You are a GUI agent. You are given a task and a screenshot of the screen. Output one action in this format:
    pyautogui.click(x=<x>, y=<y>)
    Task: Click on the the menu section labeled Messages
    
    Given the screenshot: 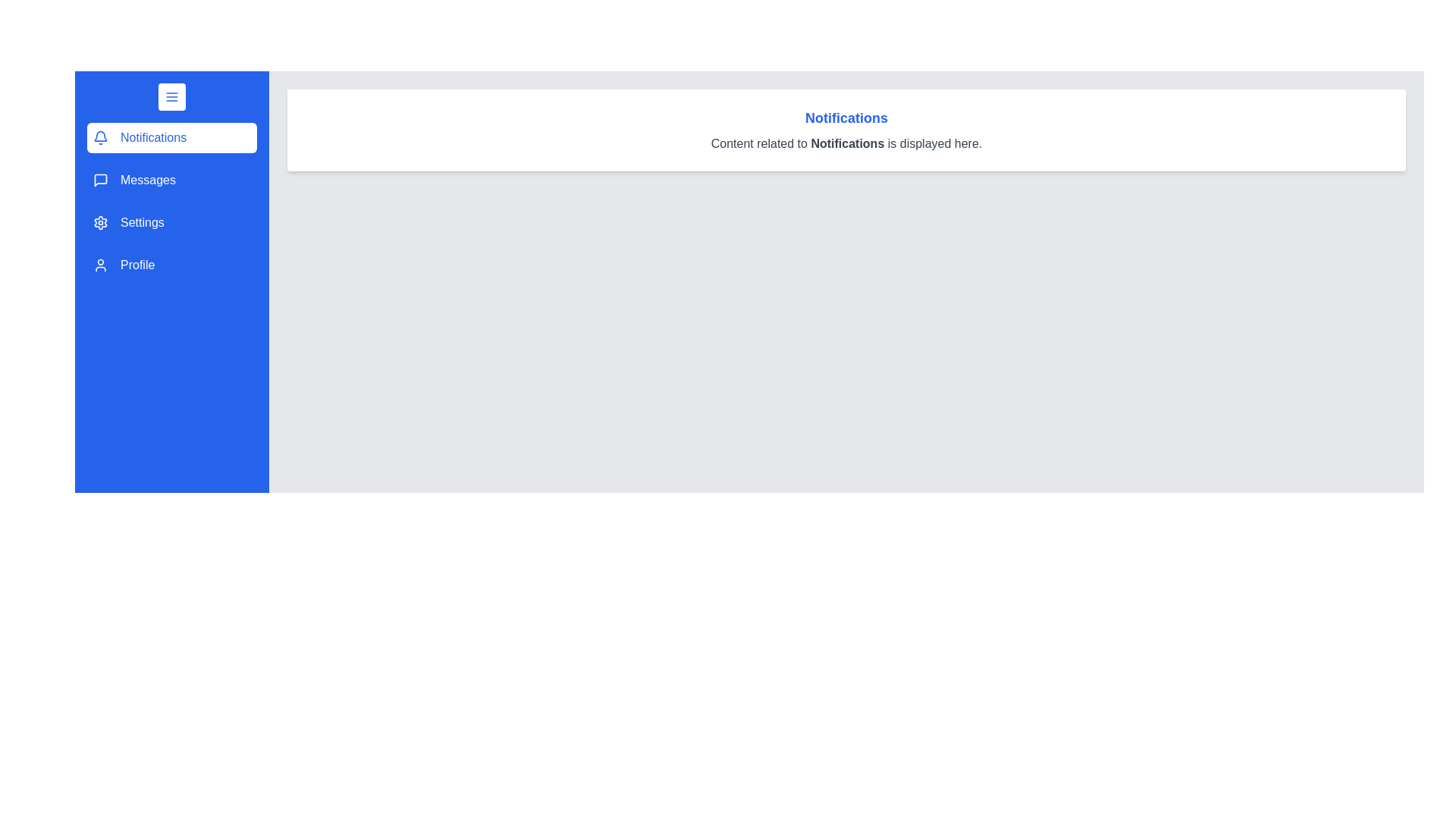 What is the action you would take?
    pyautogui.click(x=171, y=180)
    